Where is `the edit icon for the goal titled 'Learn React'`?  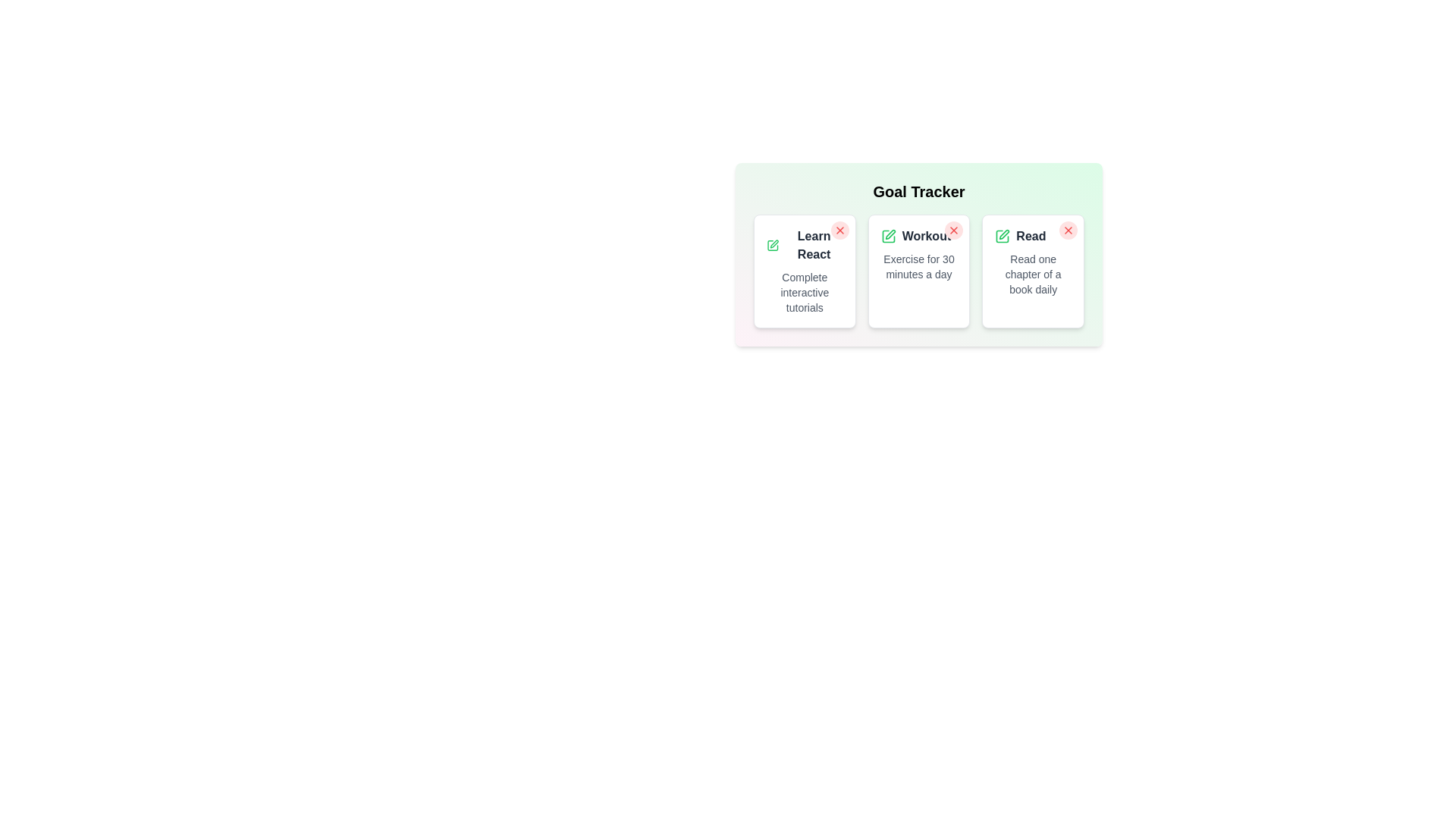 the edit icon for the goal titled 'Learn React' is located at coordinates (772, 245).